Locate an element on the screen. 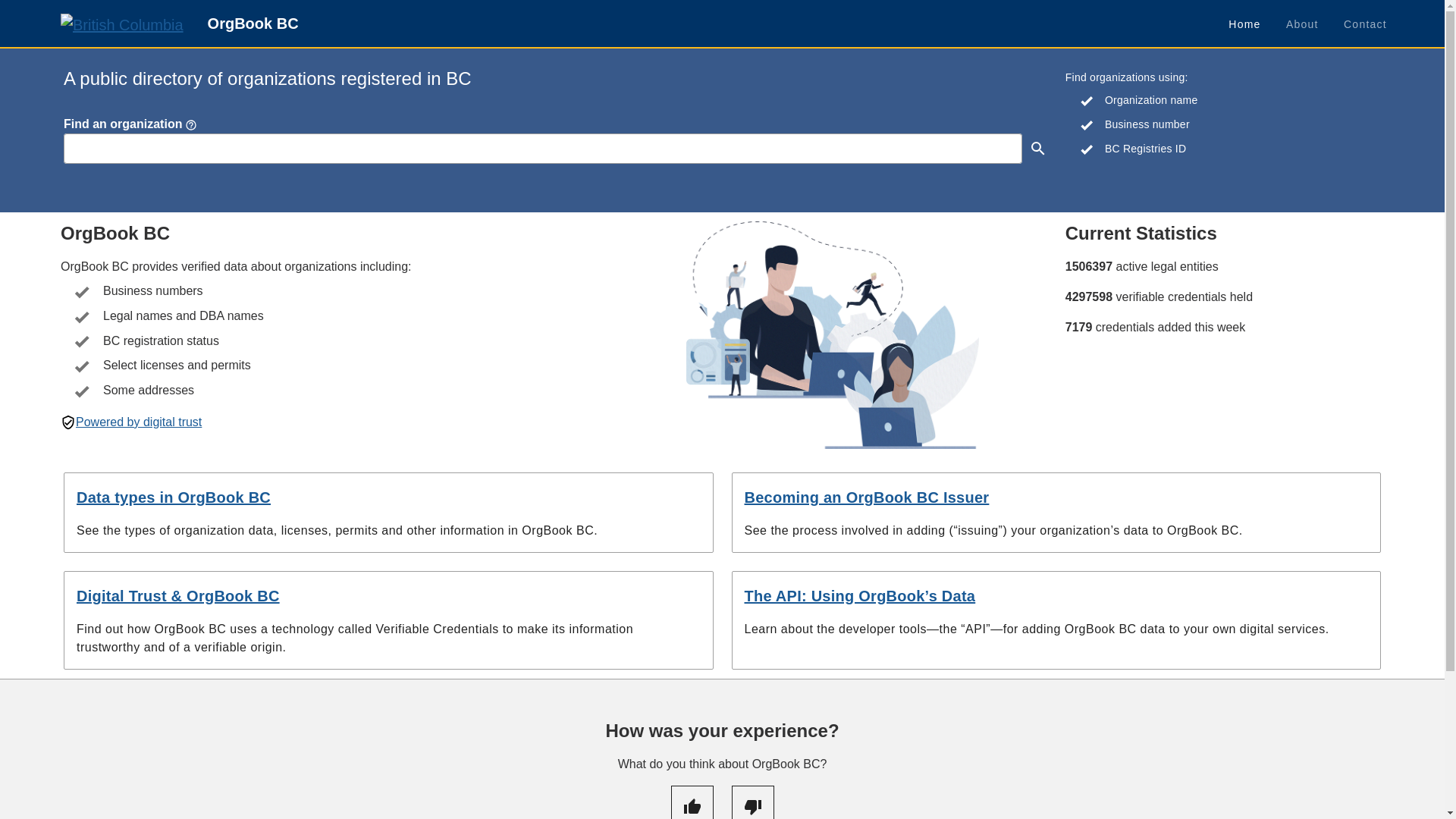  'Contact' is located at coordinates (1365, 24).